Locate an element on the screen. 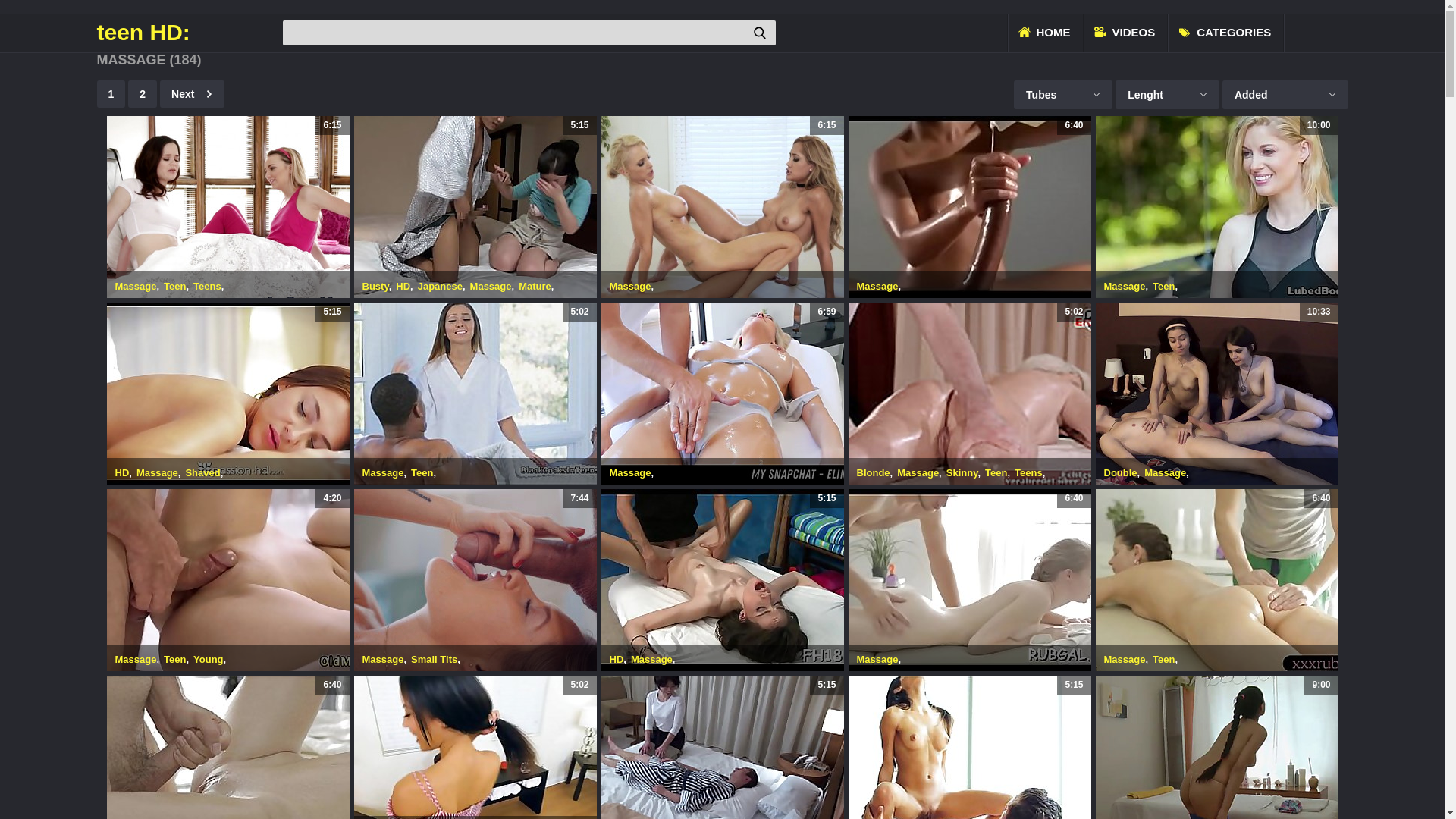  'Shaved' is located at coordinates (202, 472).